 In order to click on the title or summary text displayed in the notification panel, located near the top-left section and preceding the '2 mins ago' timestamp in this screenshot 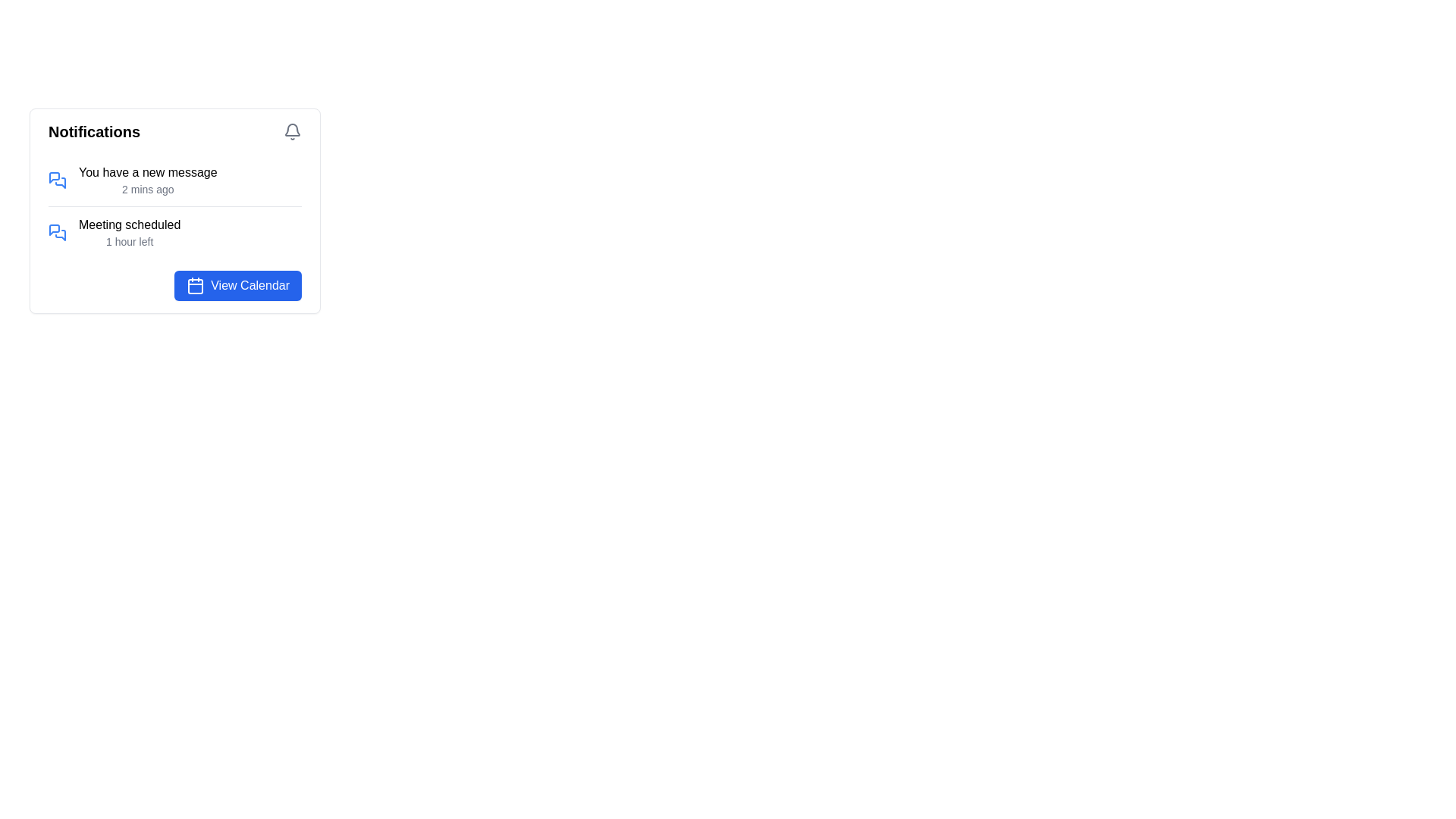, I will do `click(148, 171)`.